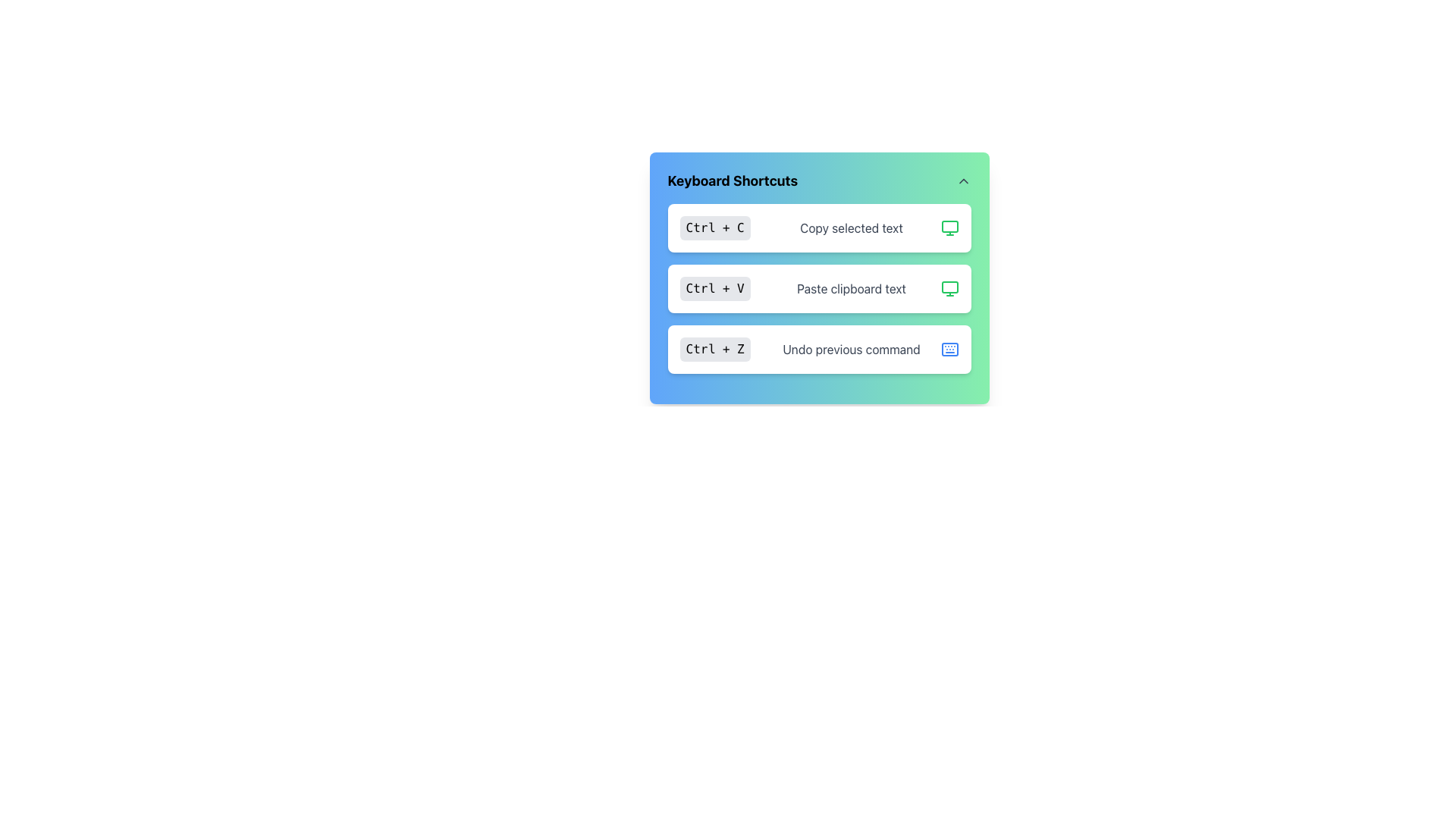 This screenshot has width=1456, height=819. Describe the element at coordinates (818, 227) in the screenshot. I see `the first item in the vertical list of keyboard shortcuts, which includes a grey label with 'Ctrl + C', a description 'Copy selected text', and a green monitor icon` at that location.